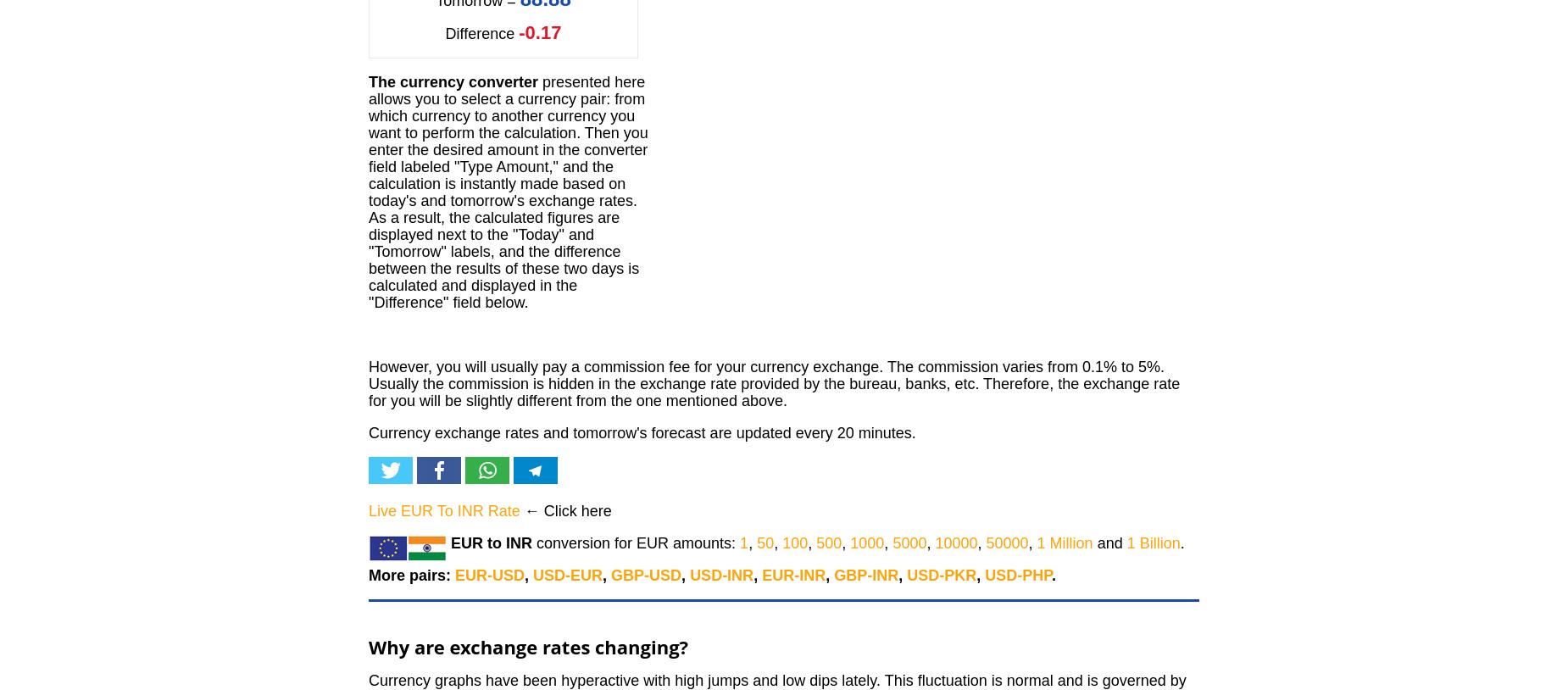 The height and width of the screenshot is (690, 1568). What do you see at coordinates (367, 646) in the screenshot?
I see `'Why are exchange rates changing?'` at bounding box center [367, 646].